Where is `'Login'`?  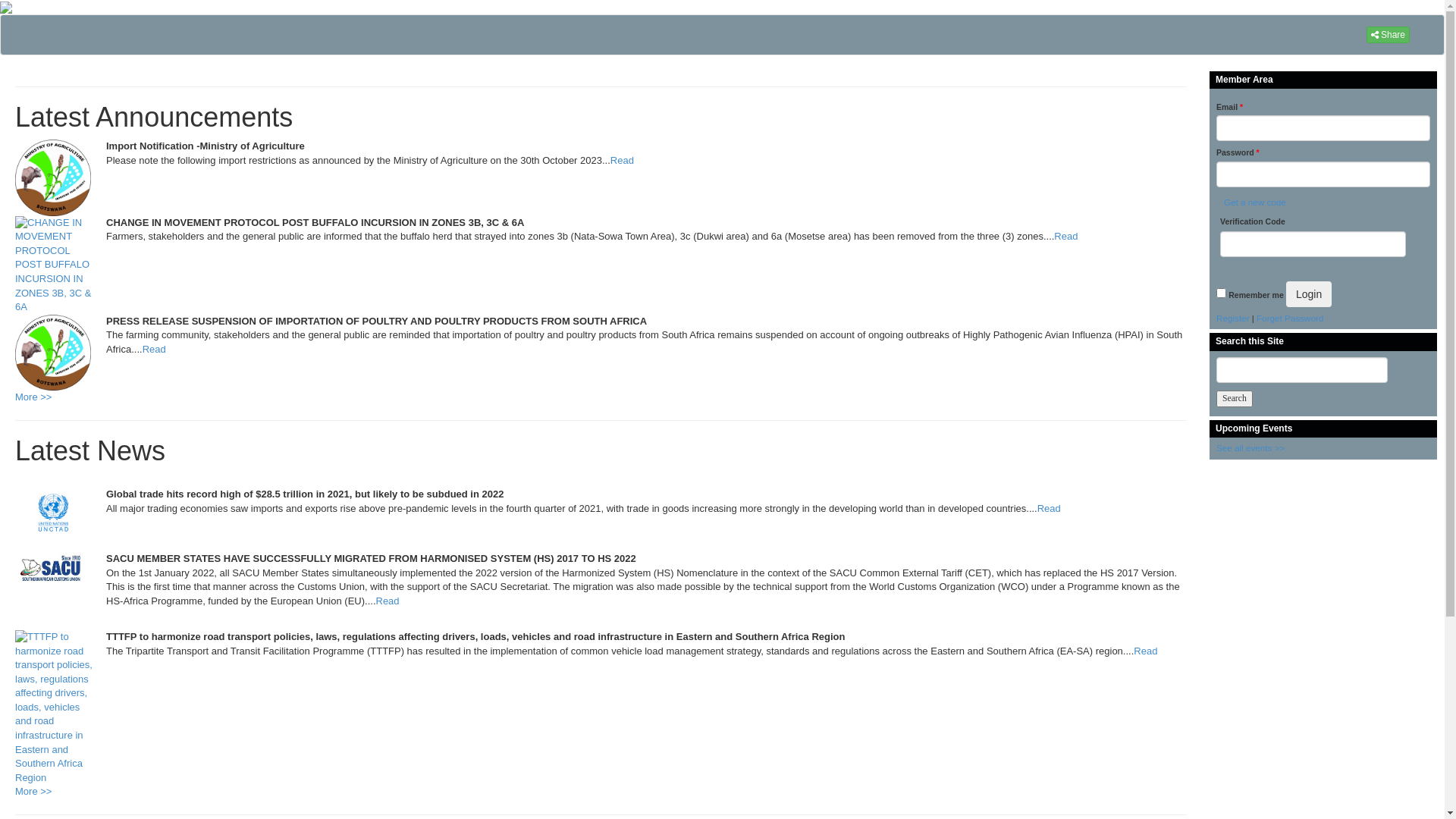
'Login' is located at coordinates (1308, 294).